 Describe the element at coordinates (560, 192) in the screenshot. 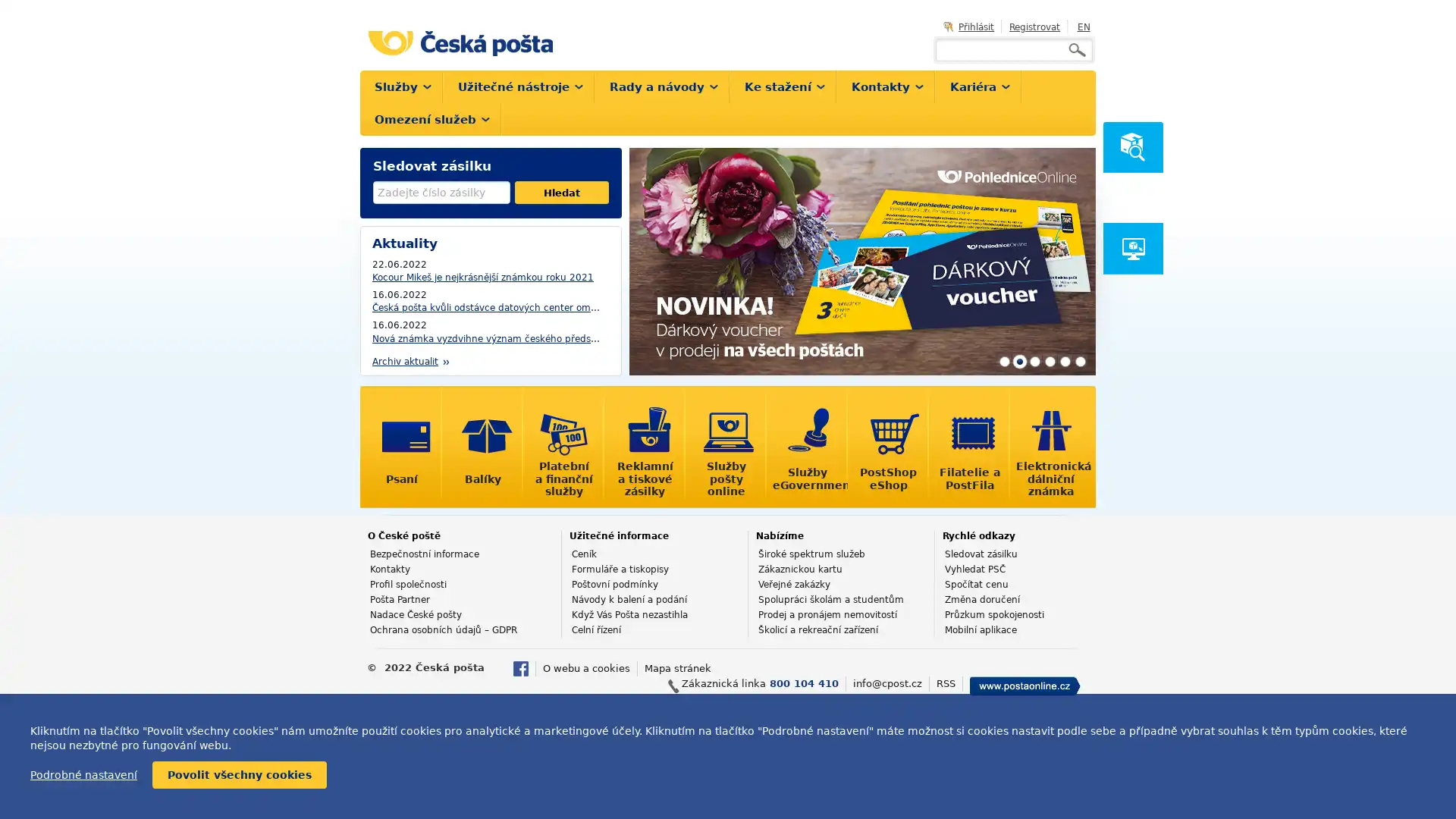

I see `Hledat` at that location.